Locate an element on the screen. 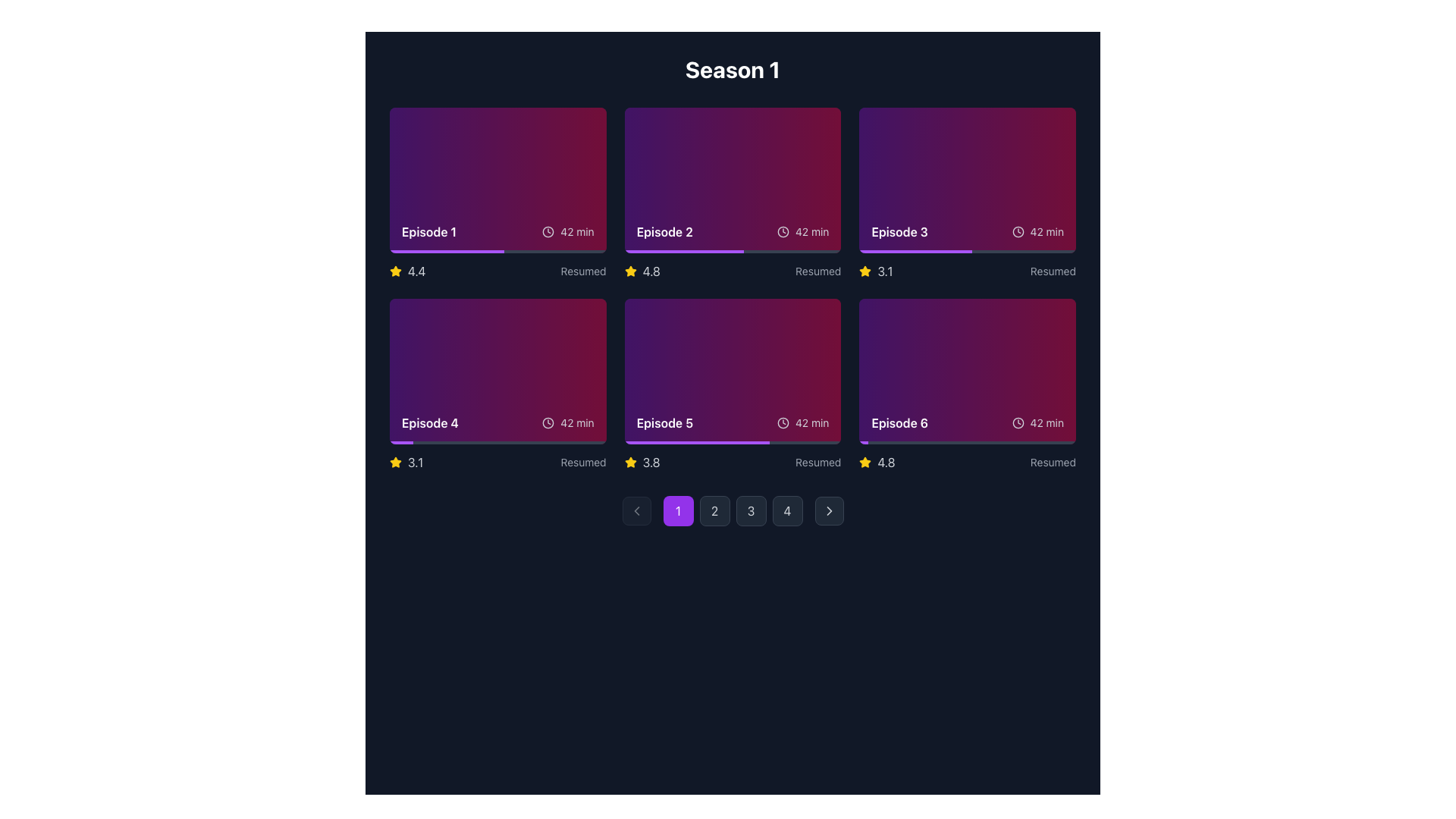 Image resolution: width=1456 pixels, height=819 pixels. the small rectangular button with a right-pointing chevron icon in white color is located at coordinates (828, 511).